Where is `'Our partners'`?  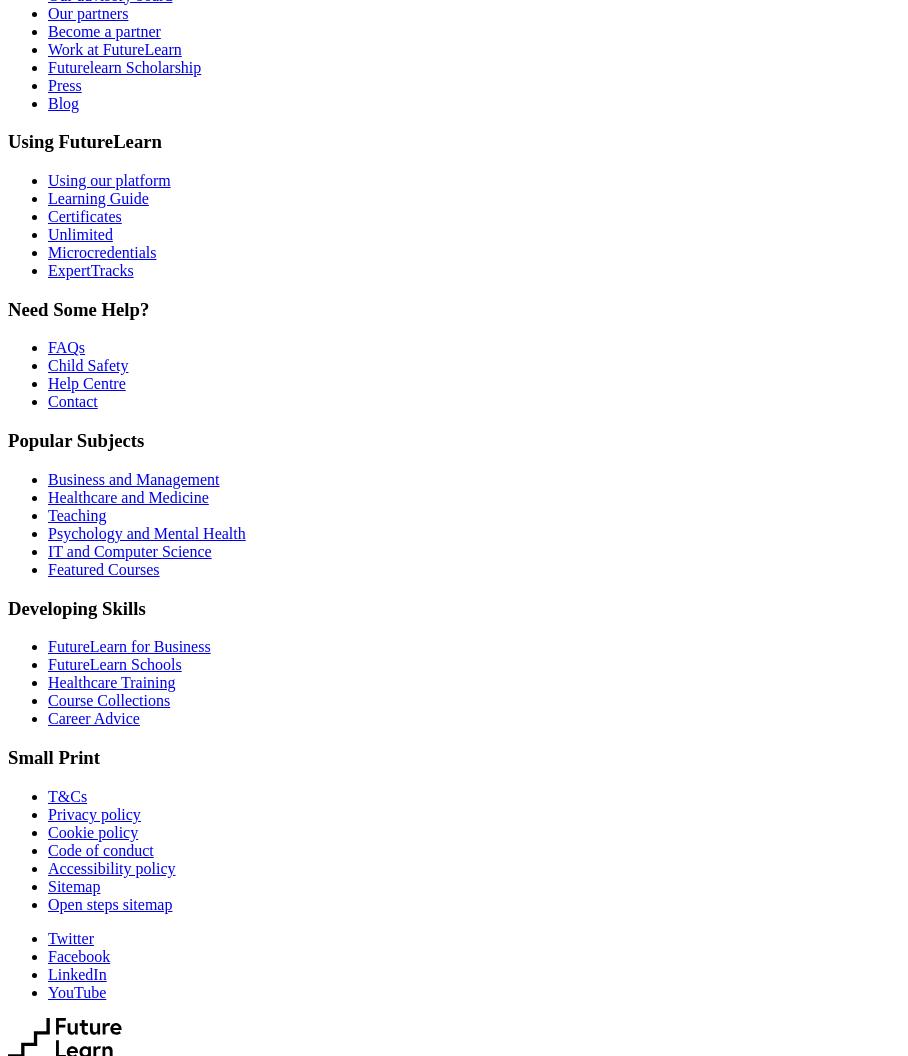 'Our partners' is located at coordinates (86, 12).